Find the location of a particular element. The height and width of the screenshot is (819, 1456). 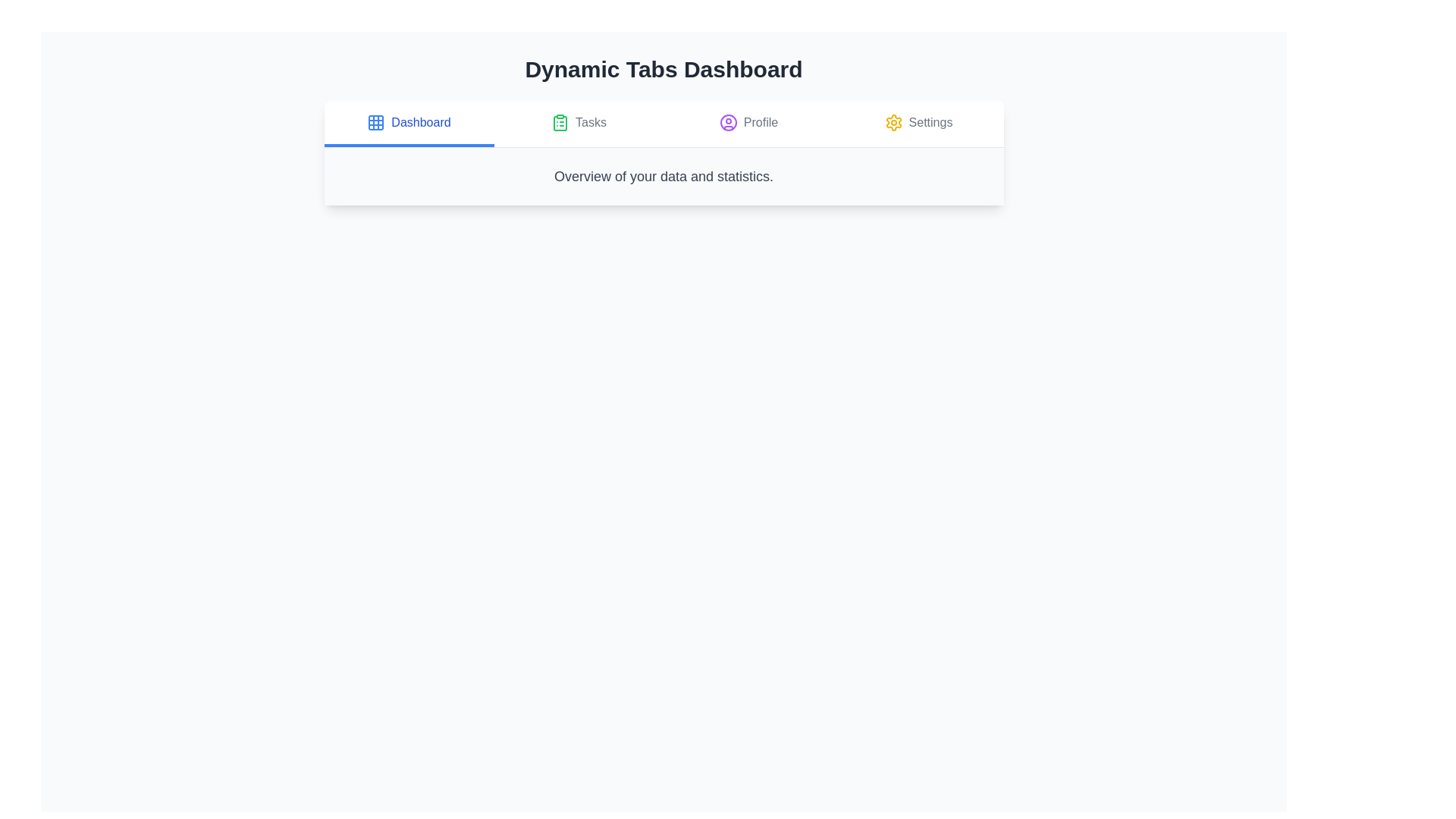

the settings button located on the far right of the horizontal navigation bar is located at coordinates (918, 124).